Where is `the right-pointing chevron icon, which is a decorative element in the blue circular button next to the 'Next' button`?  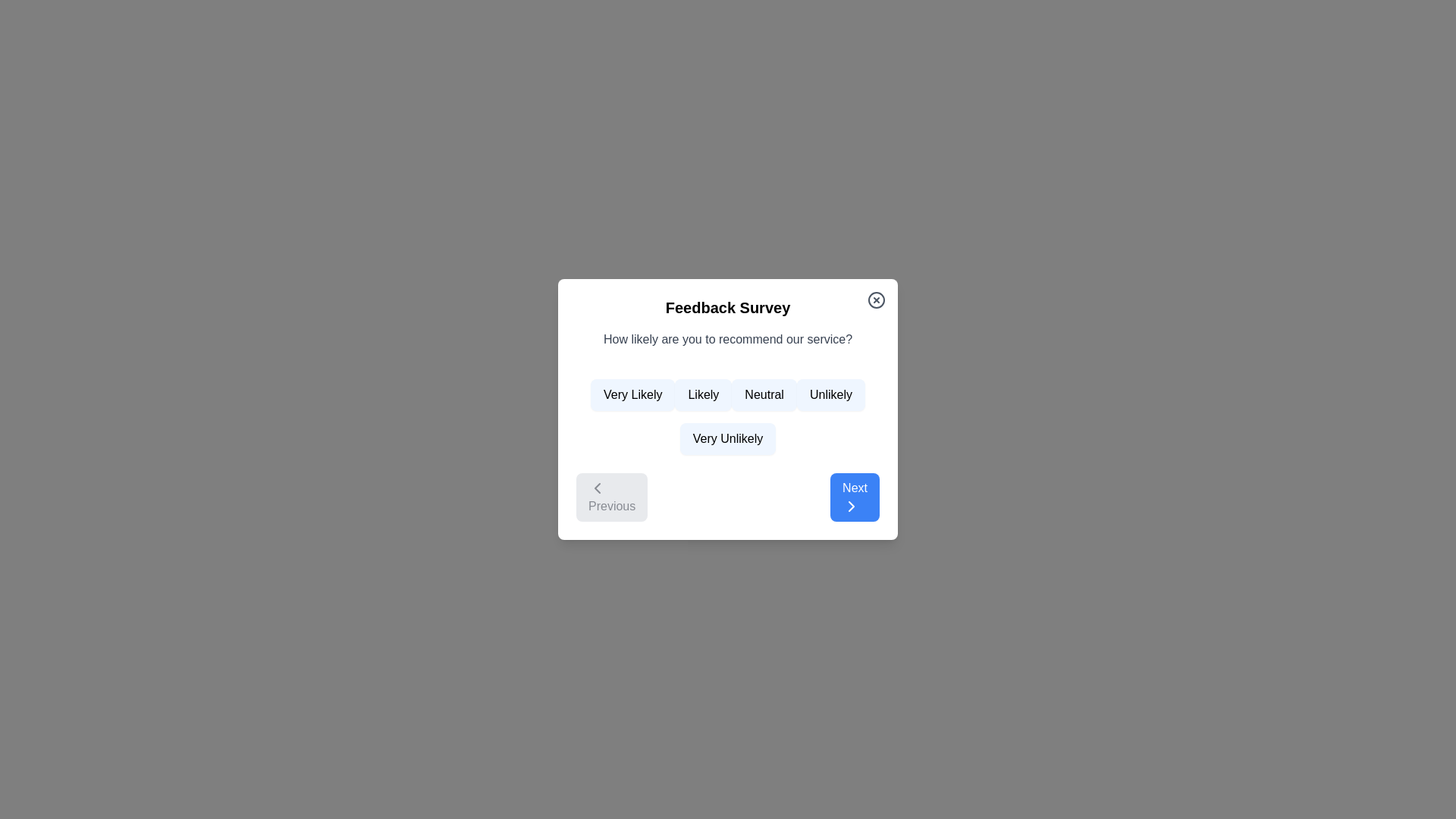 the right-pointing chevron icon, which is a decorative element in the blue circular button next to the 'Next' button is located at coordinates (852, 506).